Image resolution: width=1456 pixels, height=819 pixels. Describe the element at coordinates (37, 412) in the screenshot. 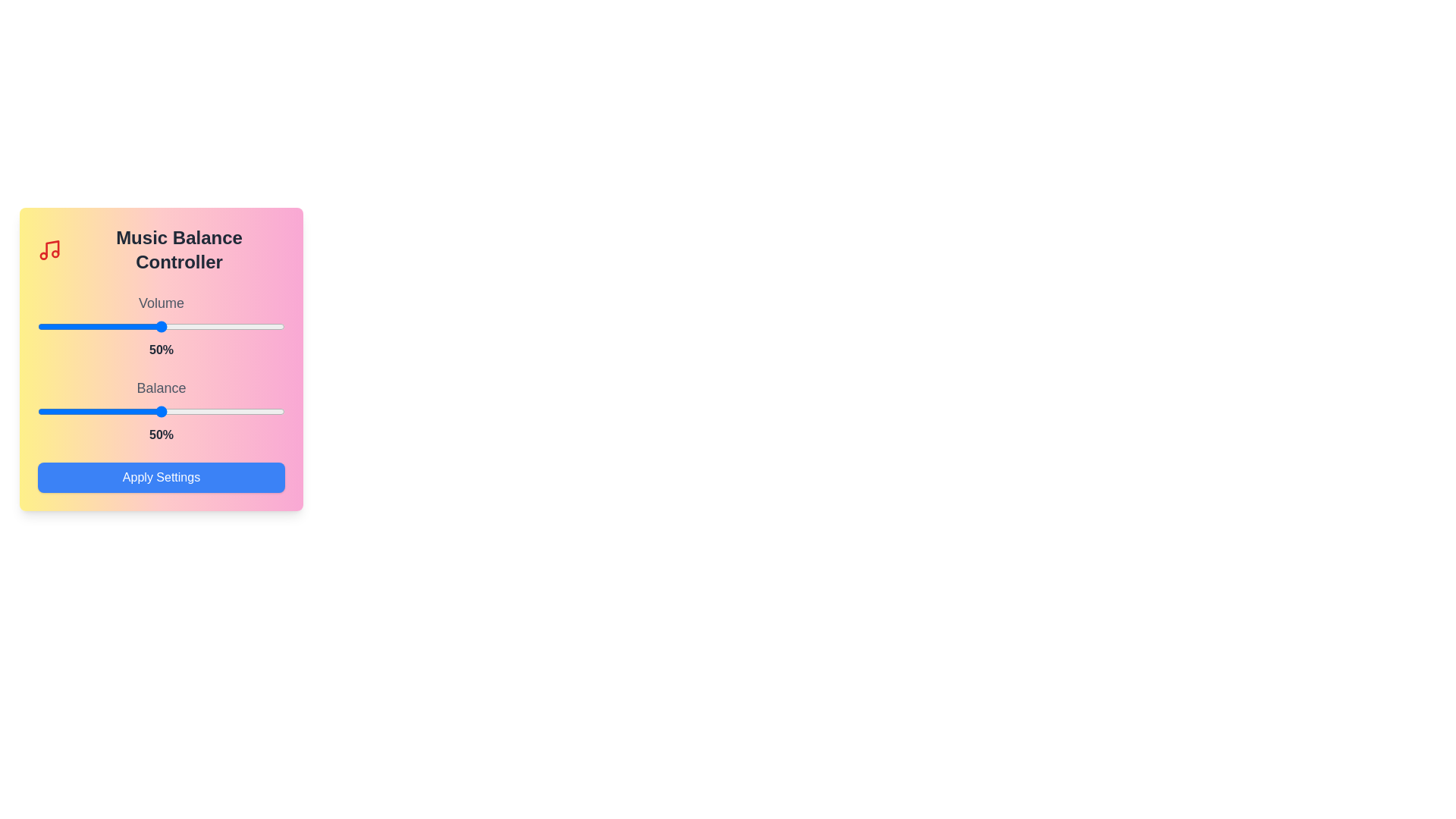

I see `the balance slider to 0%` at that location.